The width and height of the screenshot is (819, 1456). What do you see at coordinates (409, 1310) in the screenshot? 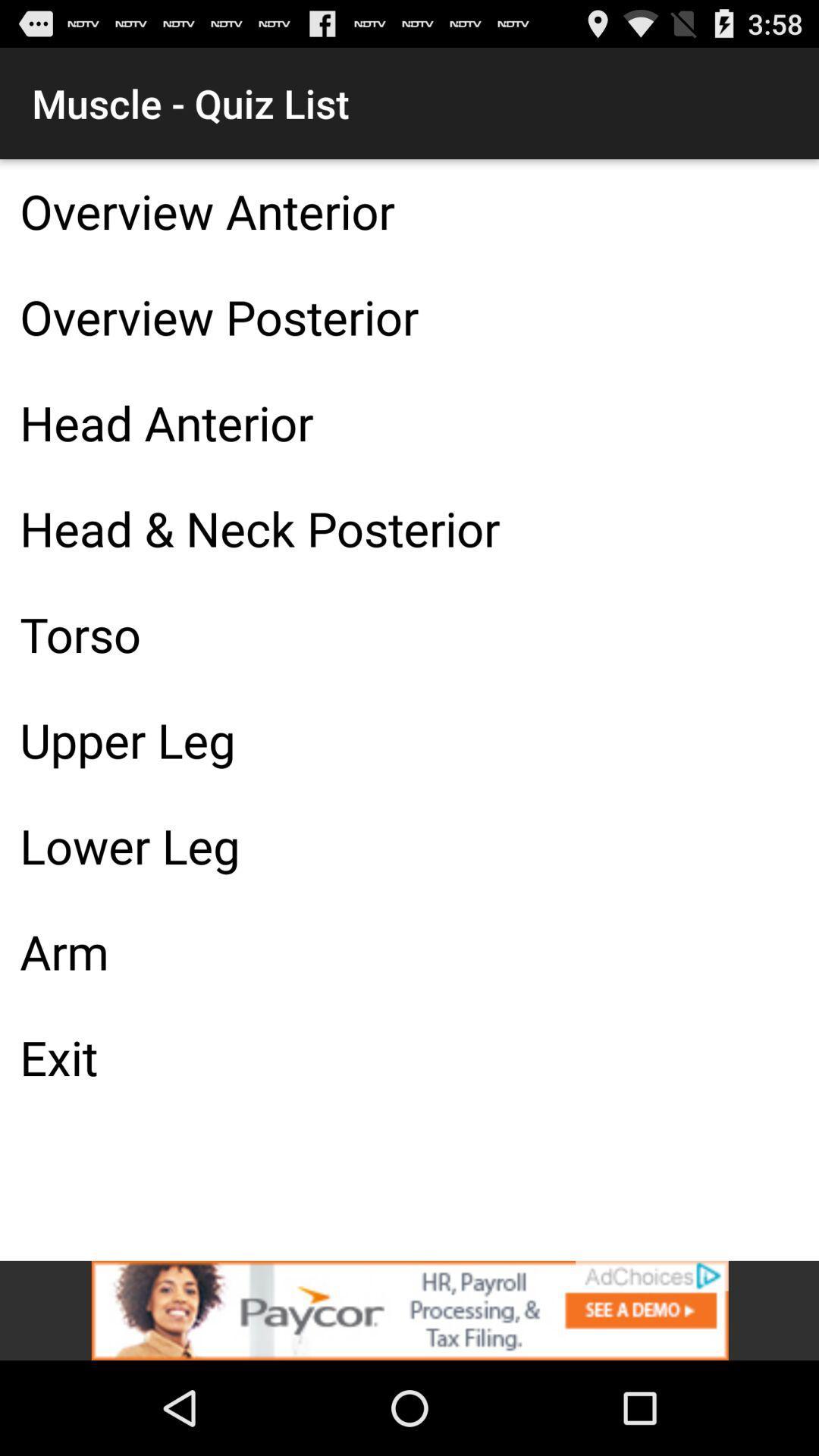
I see `advertisement page` at bounding box center [409, 1310].